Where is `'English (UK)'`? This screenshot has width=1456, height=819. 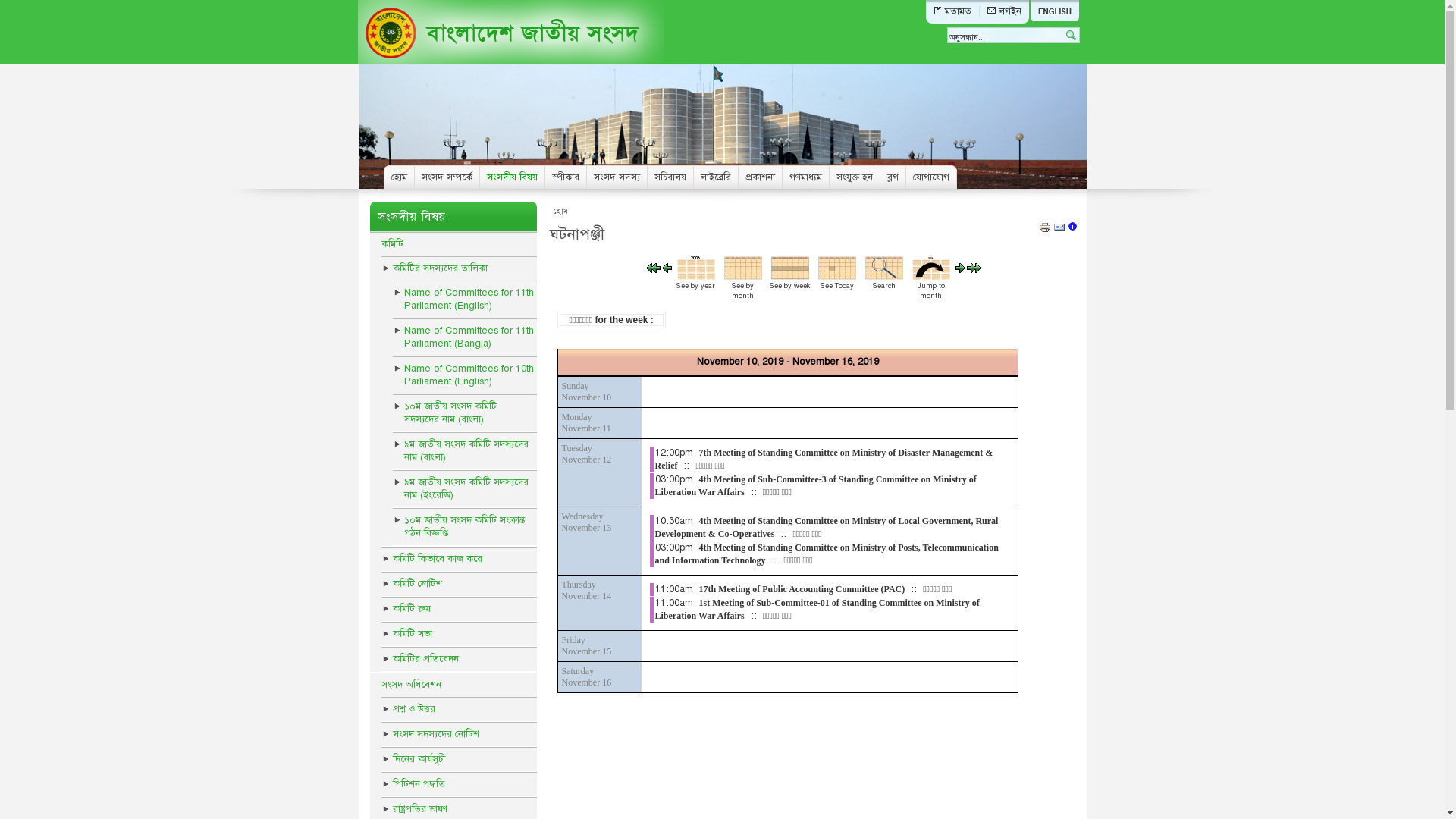 'English (UK)' is located at coordinates (1054, 11).